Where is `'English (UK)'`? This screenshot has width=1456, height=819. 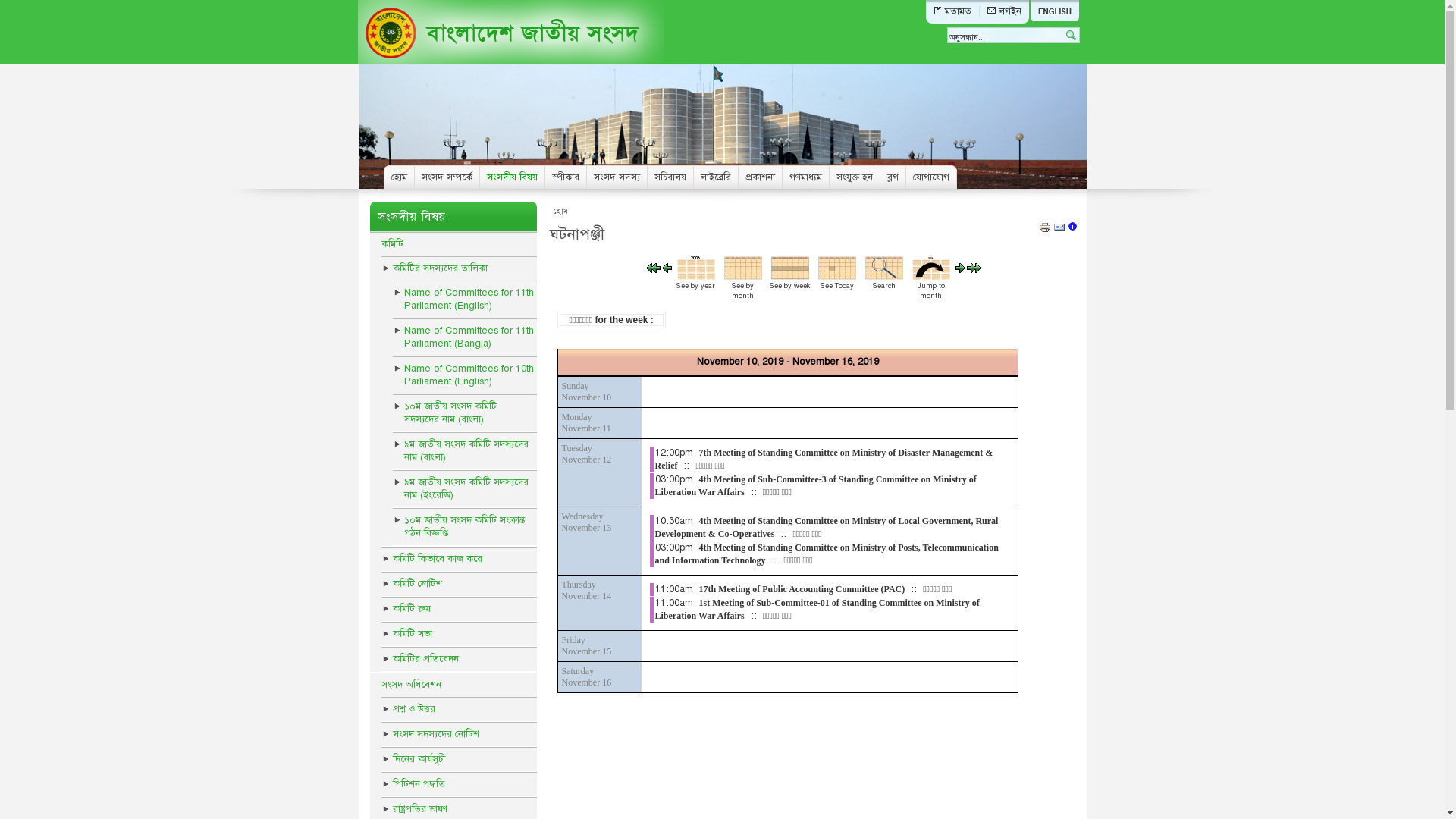 'English (UK)' is located at coordinates (1054, 11).